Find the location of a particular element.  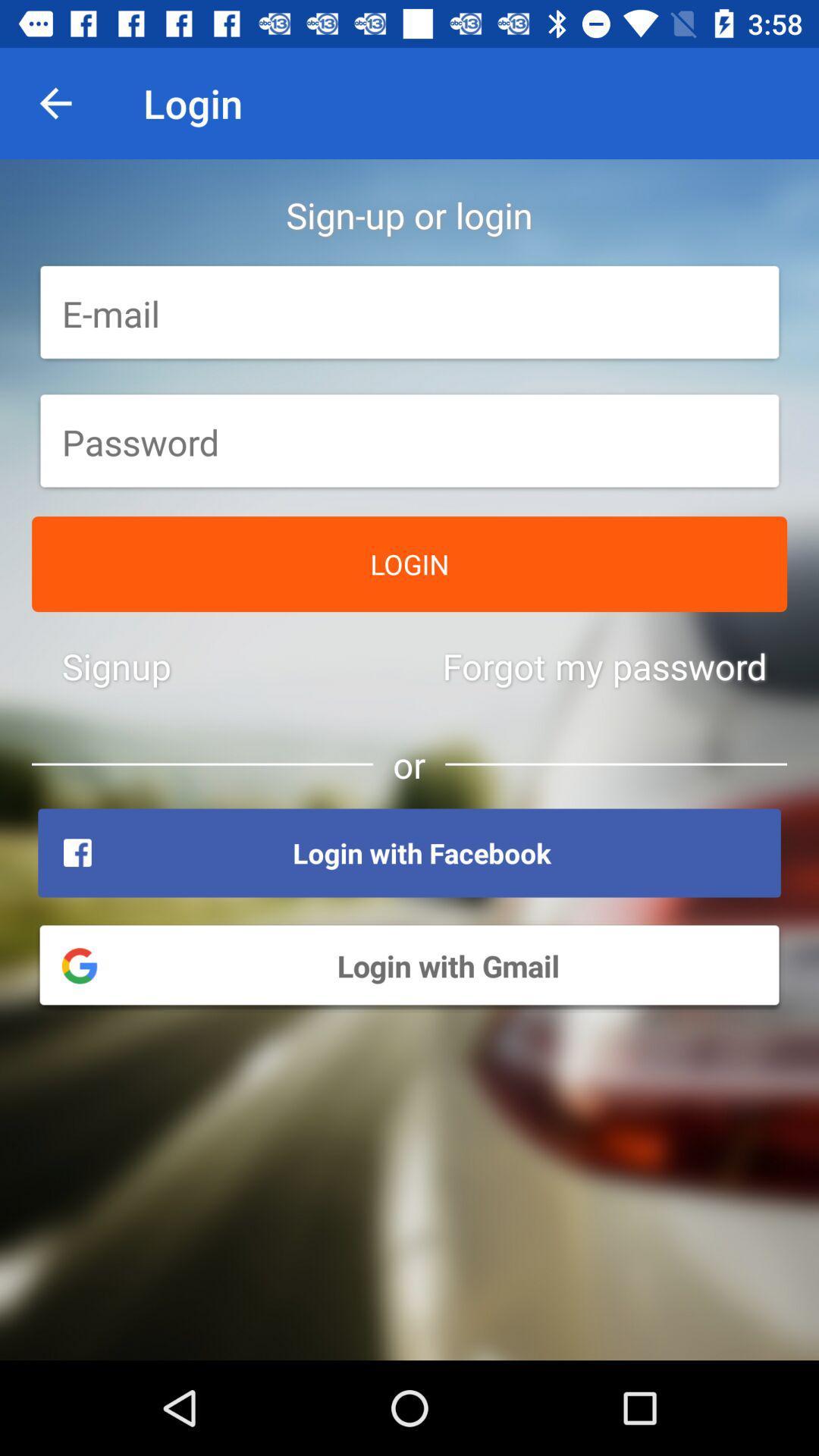

item next to the forgot my password is located at coordinates (115, 666).